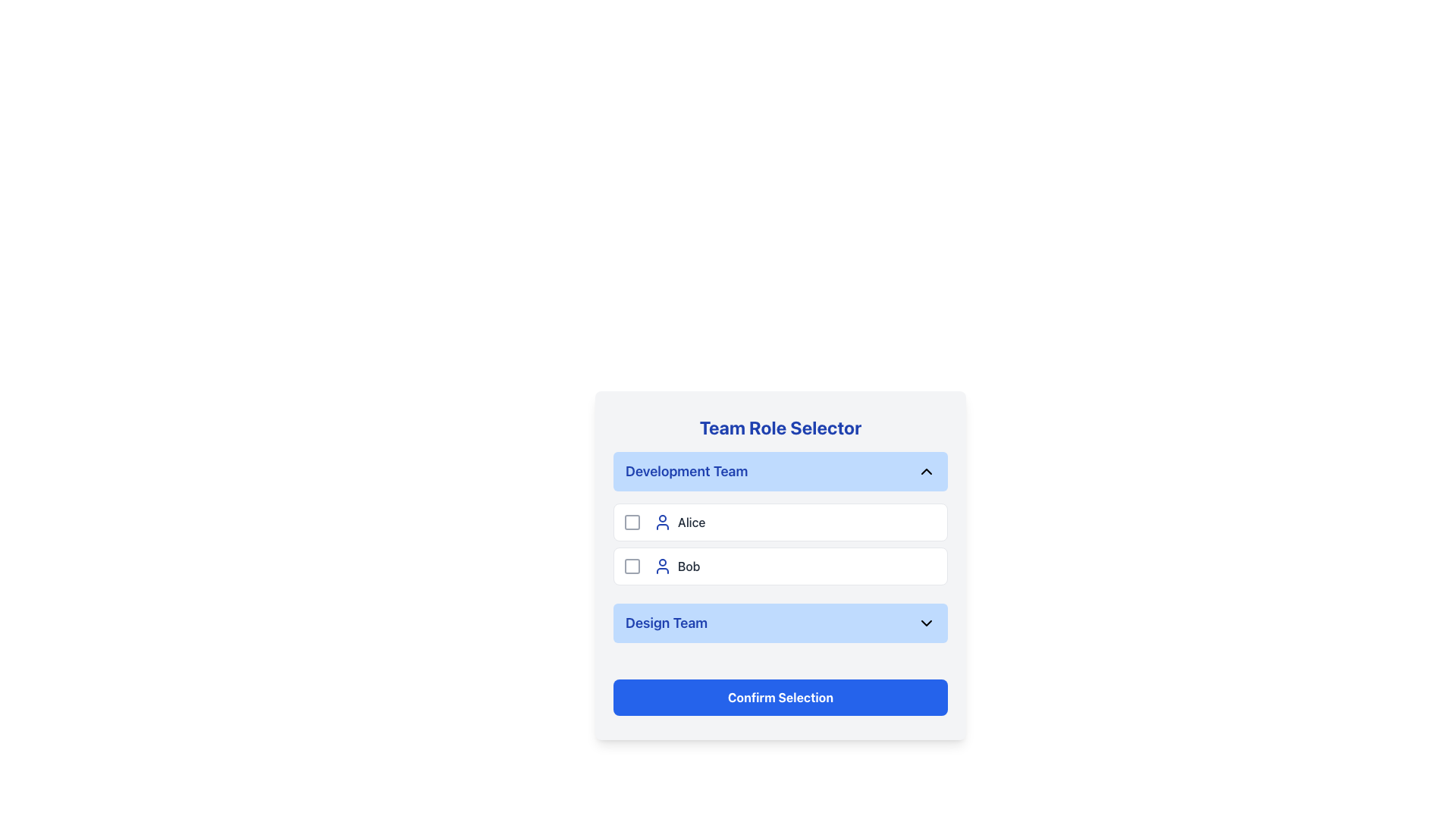 Image resolution: width=1456 pixels, height=819 pixels. Describe the element at coordinates (632, 522) in the screenshot. I see `the Checkbox element located to the left of the name 'Alice' to receive a visual response` at that location.